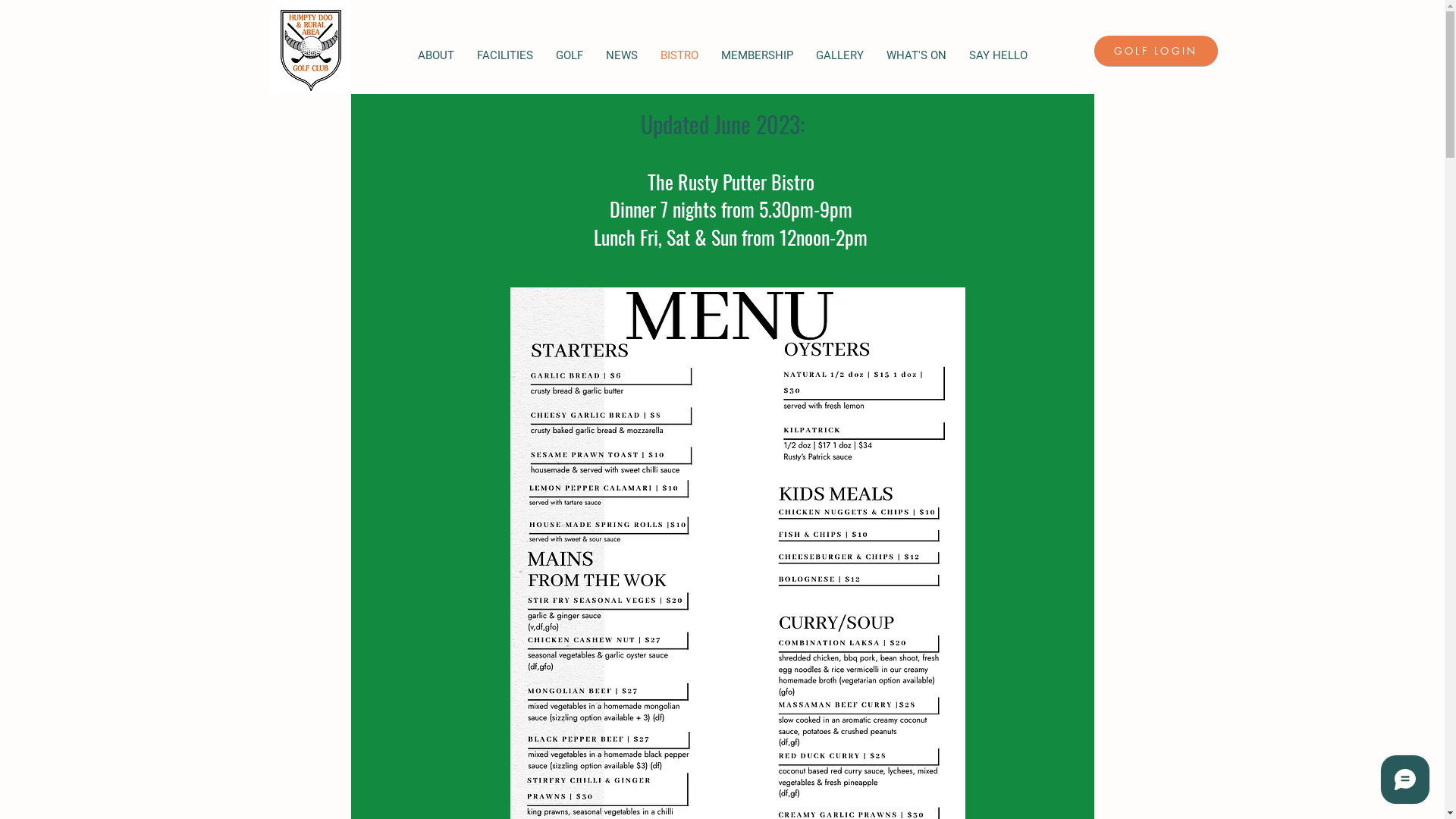  Describe the element at coordinates (915, 55) in the screenshot. I see `'WHAT'S ON'` at that location.